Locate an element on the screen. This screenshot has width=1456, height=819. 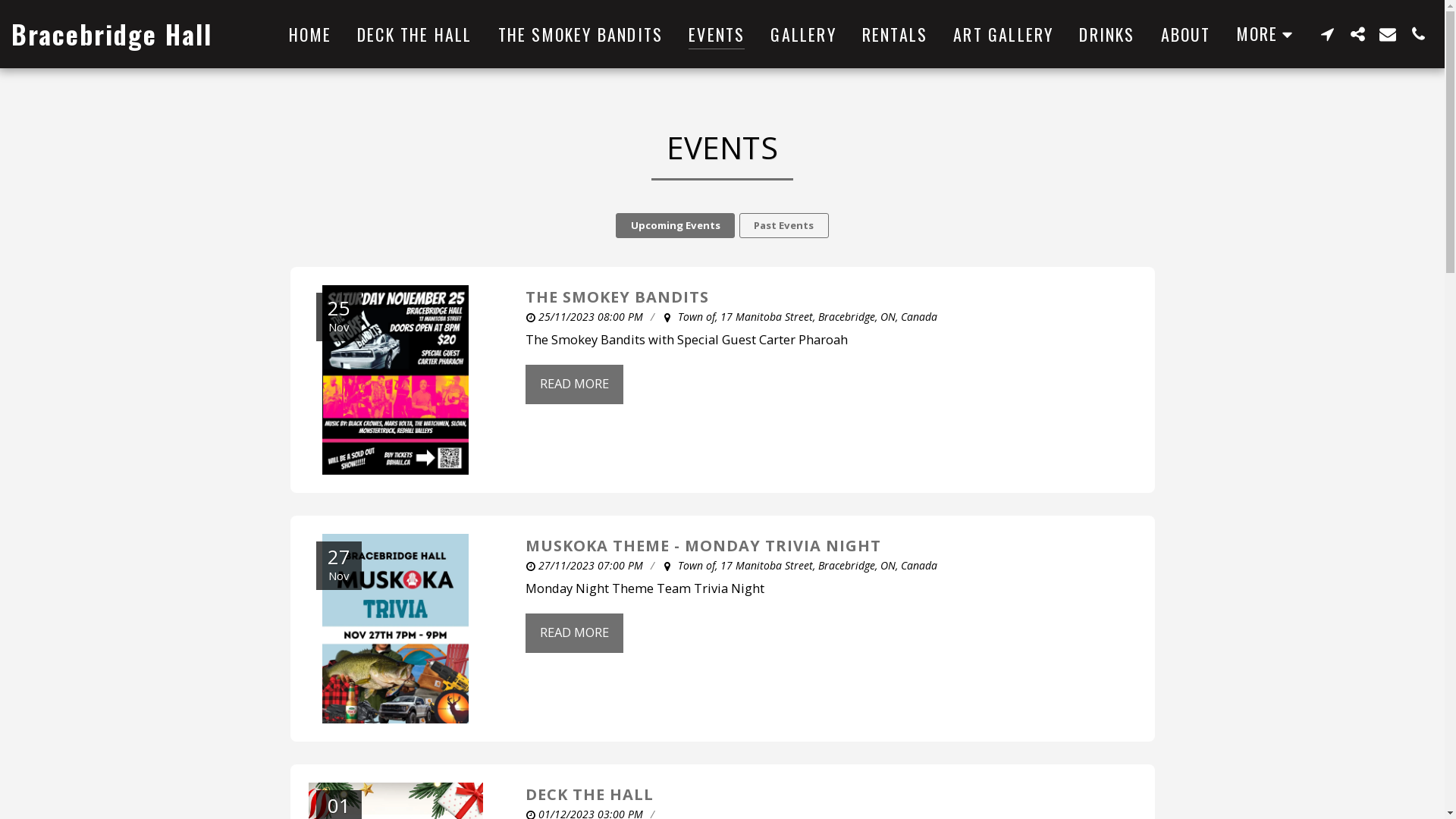
'DRINKS' is located at coordinates (1106, 34).